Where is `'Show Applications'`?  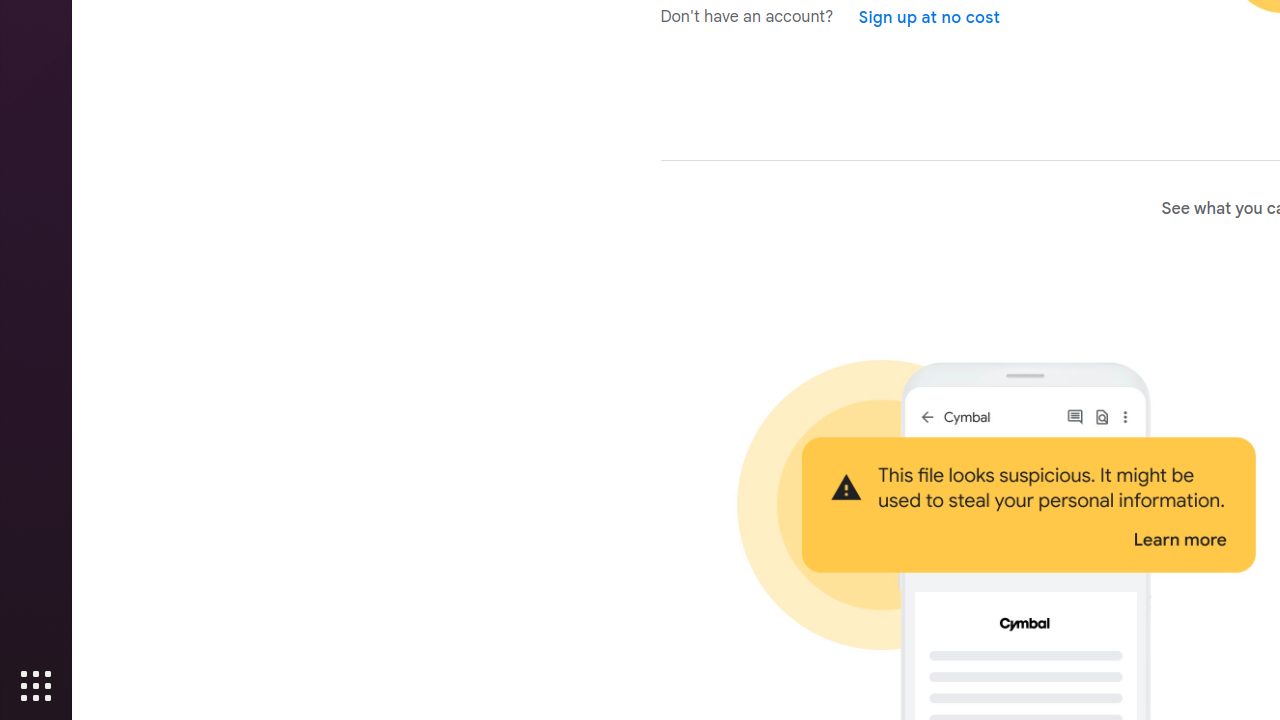
'Show Applications' is located at coordinates (35, 685).